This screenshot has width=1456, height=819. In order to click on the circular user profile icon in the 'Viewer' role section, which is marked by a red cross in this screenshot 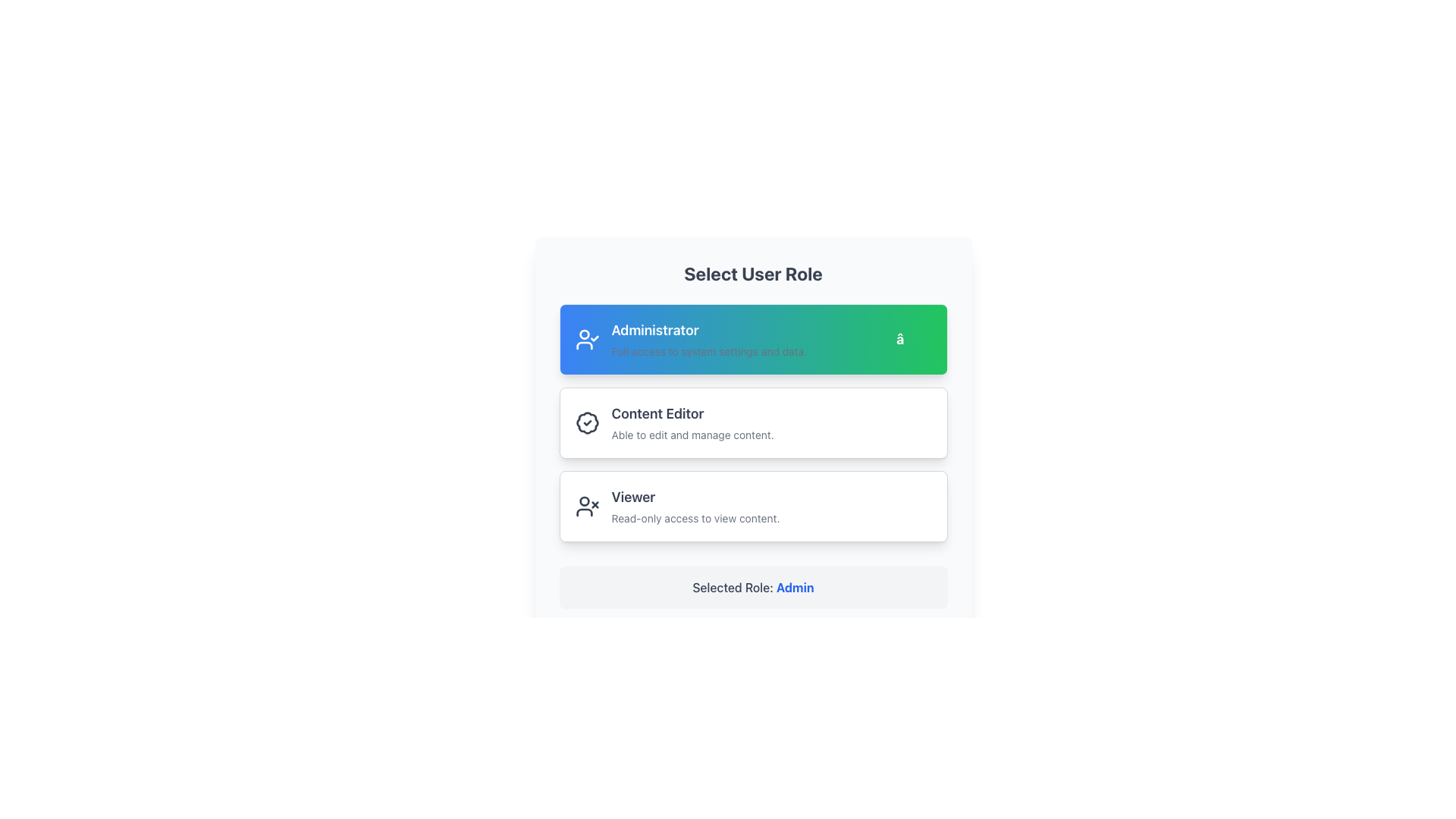, I will do `click(583, 501)`.